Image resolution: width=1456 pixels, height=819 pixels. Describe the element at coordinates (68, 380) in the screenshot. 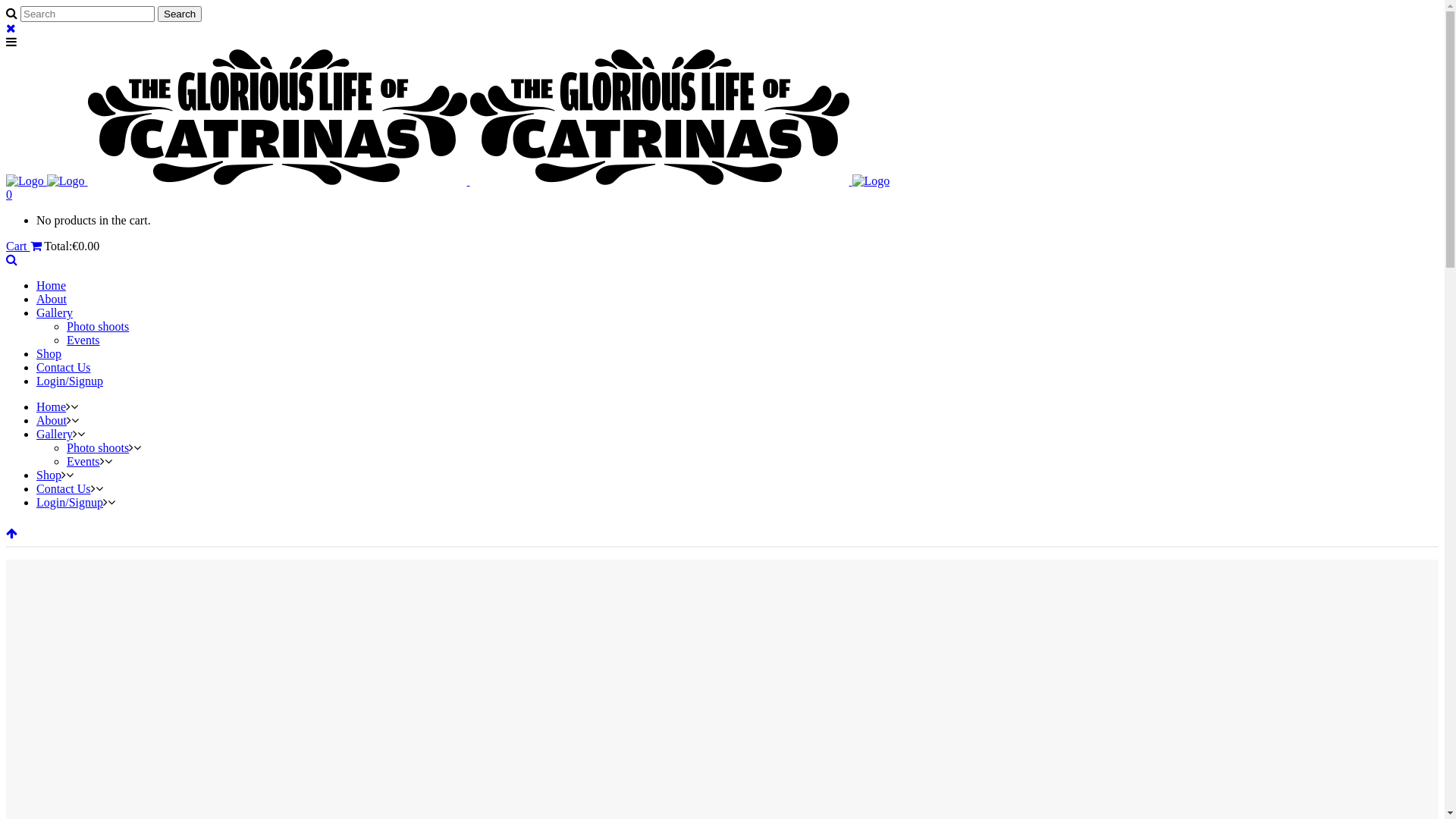

I see `'Login/Signup'` at that location.